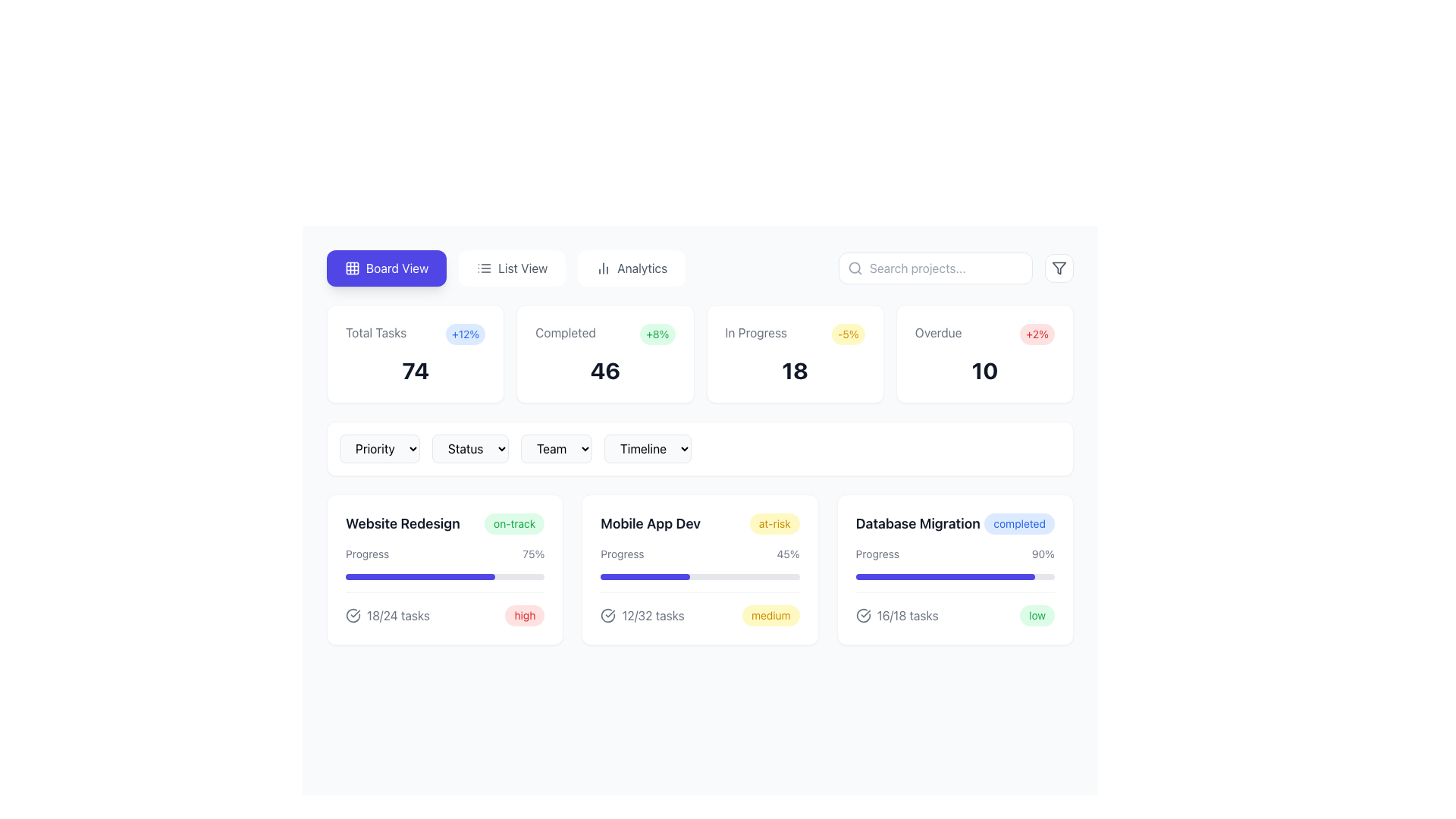 The image size is (1456, 819). I want to click on text content of the project title label located at the center of the interface between 'Website Redesign' and 'Database Migration', so click(651, 522).